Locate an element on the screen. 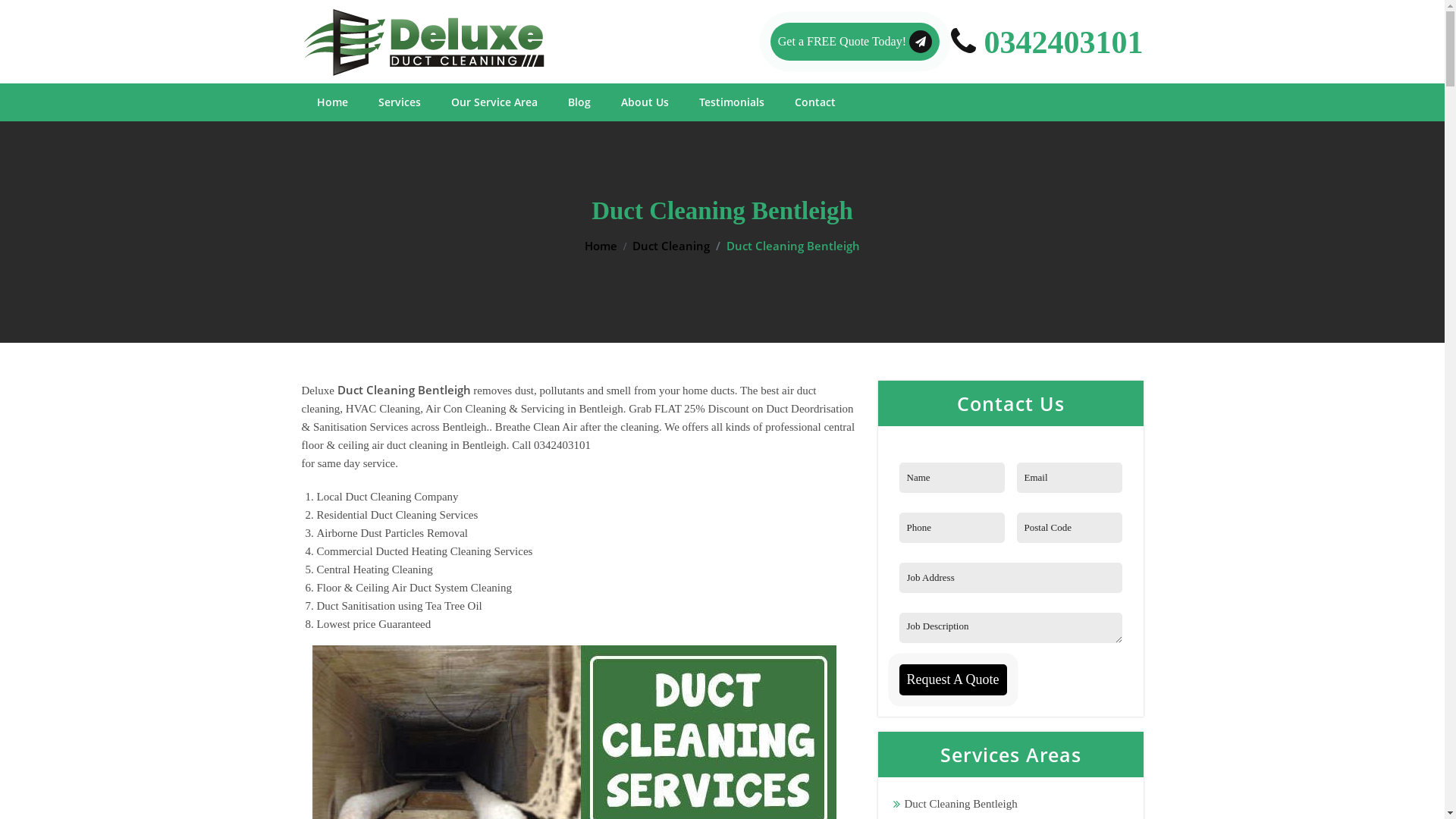  'Our Service Area' is located at coordinates (450, 102).